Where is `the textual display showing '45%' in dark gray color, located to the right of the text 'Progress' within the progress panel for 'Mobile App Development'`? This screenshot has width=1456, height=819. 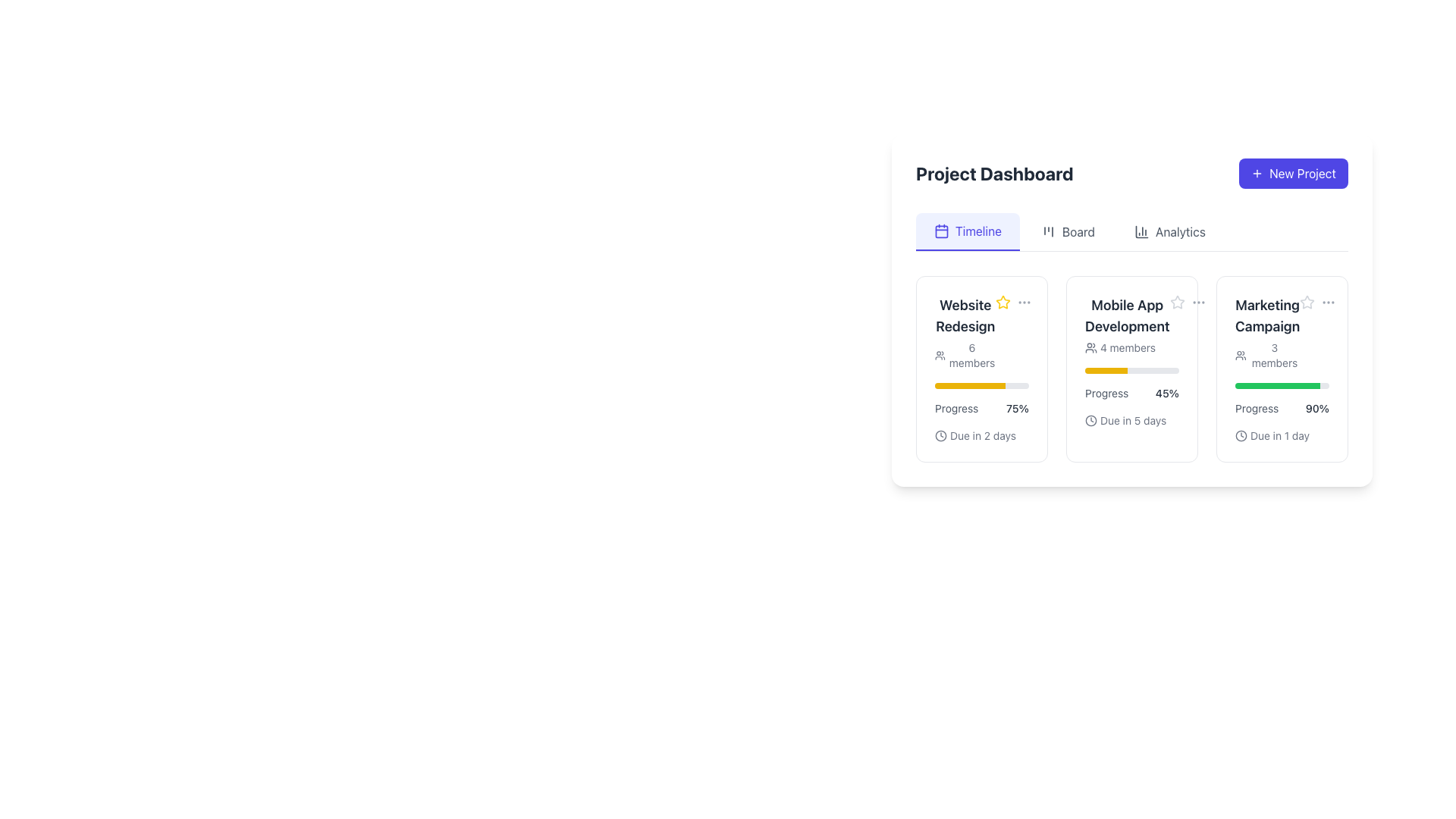
the textual display showing '45%' in dark gray color, located to the right of the text 'Progress' within the progress panel for 'Mobile App Development' is located at coordinates (1166, 393).